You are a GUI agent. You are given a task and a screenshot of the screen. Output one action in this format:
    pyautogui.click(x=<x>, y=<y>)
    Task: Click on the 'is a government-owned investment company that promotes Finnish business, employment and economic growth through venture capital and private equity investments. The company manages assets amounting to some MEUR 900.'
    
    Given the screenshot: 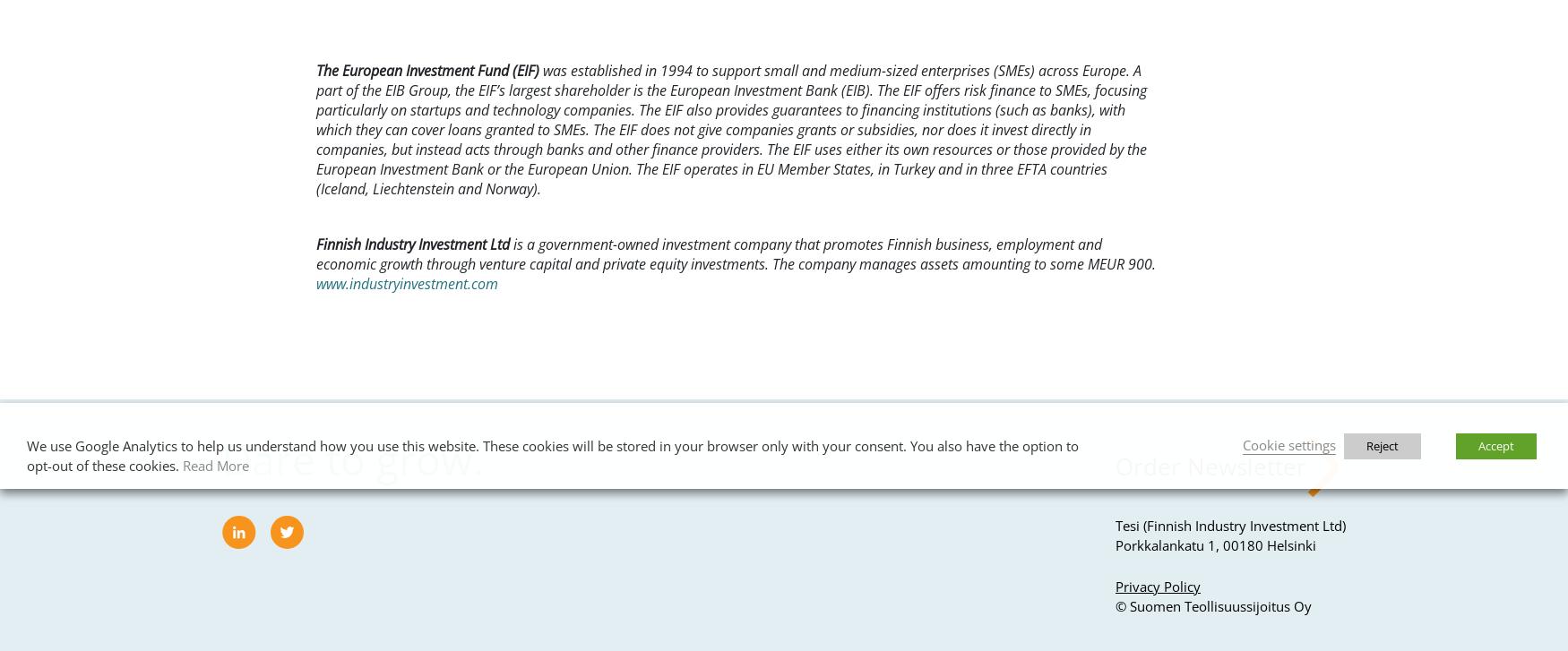 What is the action you would take?
    pyautogui.click(x=735, y=253)
    